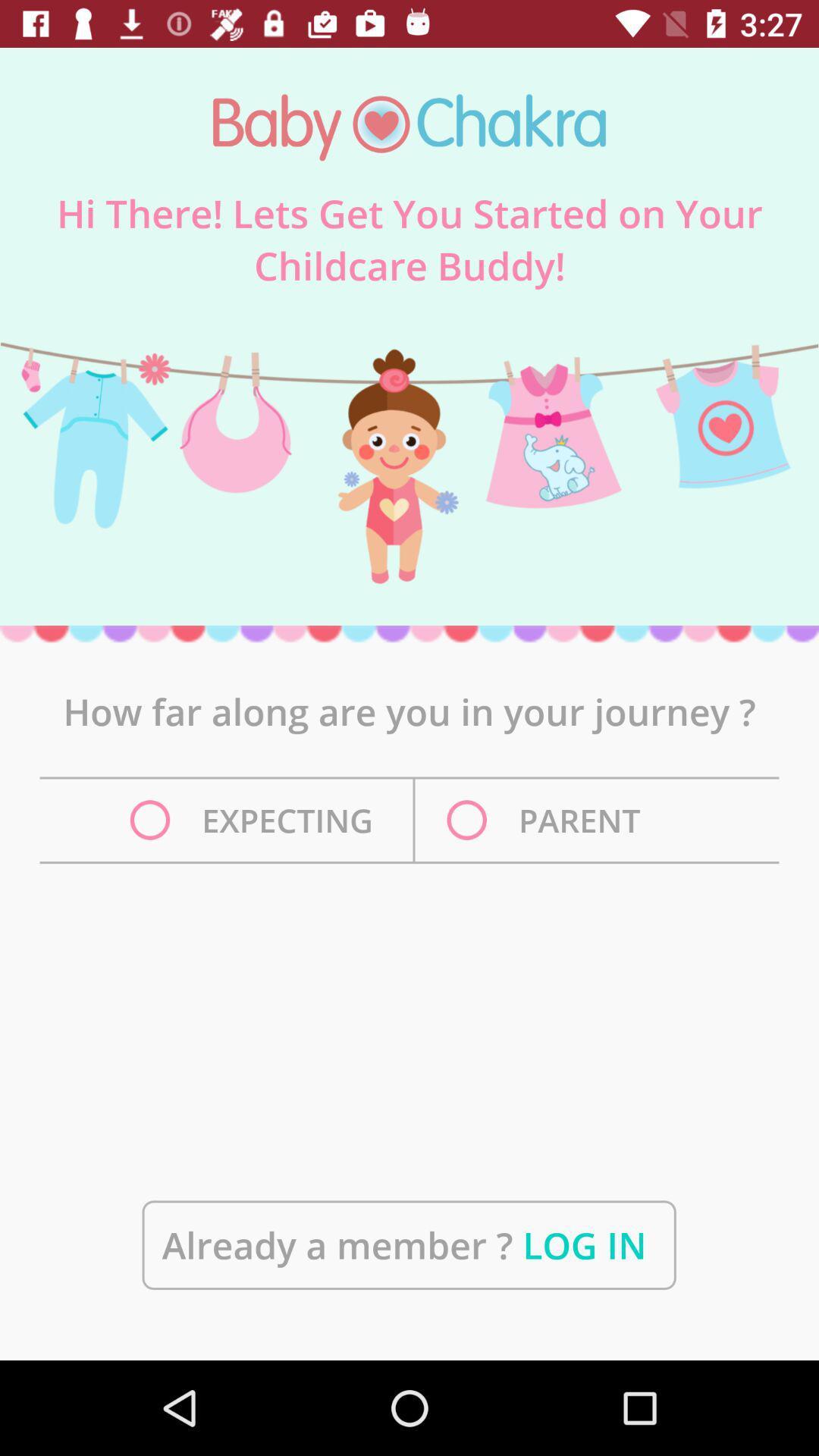  What do you see at coordinates (408, 1245) in the screenshot?
I see `the already a member` at bounding box center [408, 1245].